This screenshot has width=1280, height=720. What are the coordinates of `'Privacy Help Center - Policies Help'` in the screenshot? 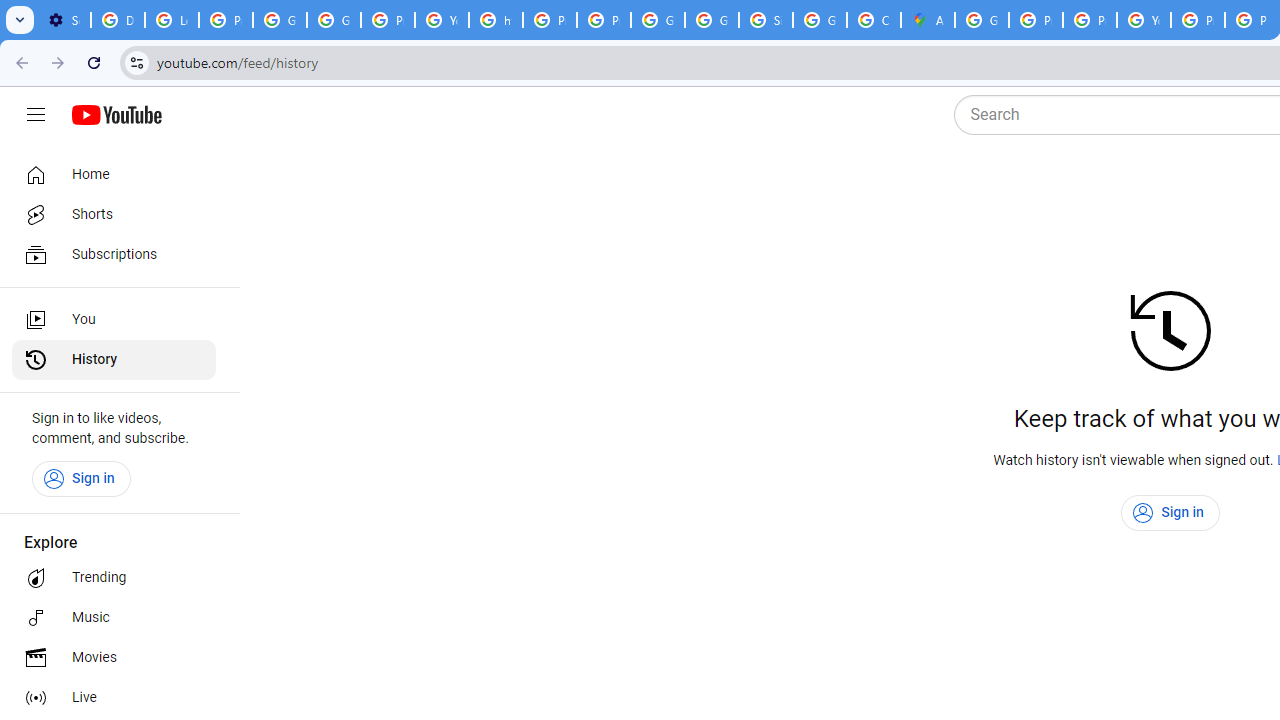 It's located at (1036, 20).